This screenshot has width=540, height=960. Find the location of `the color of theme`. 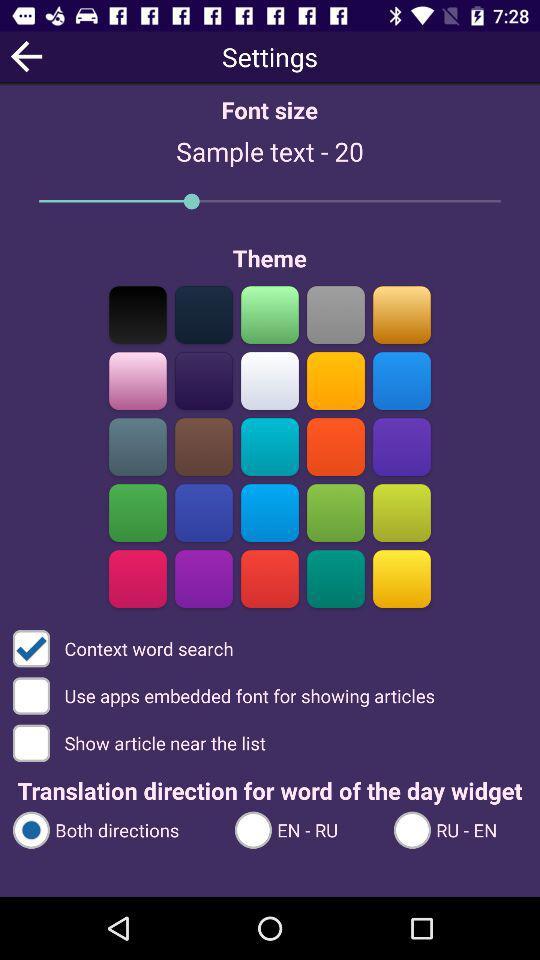

the color of theme is located at coordinates (203, 314).